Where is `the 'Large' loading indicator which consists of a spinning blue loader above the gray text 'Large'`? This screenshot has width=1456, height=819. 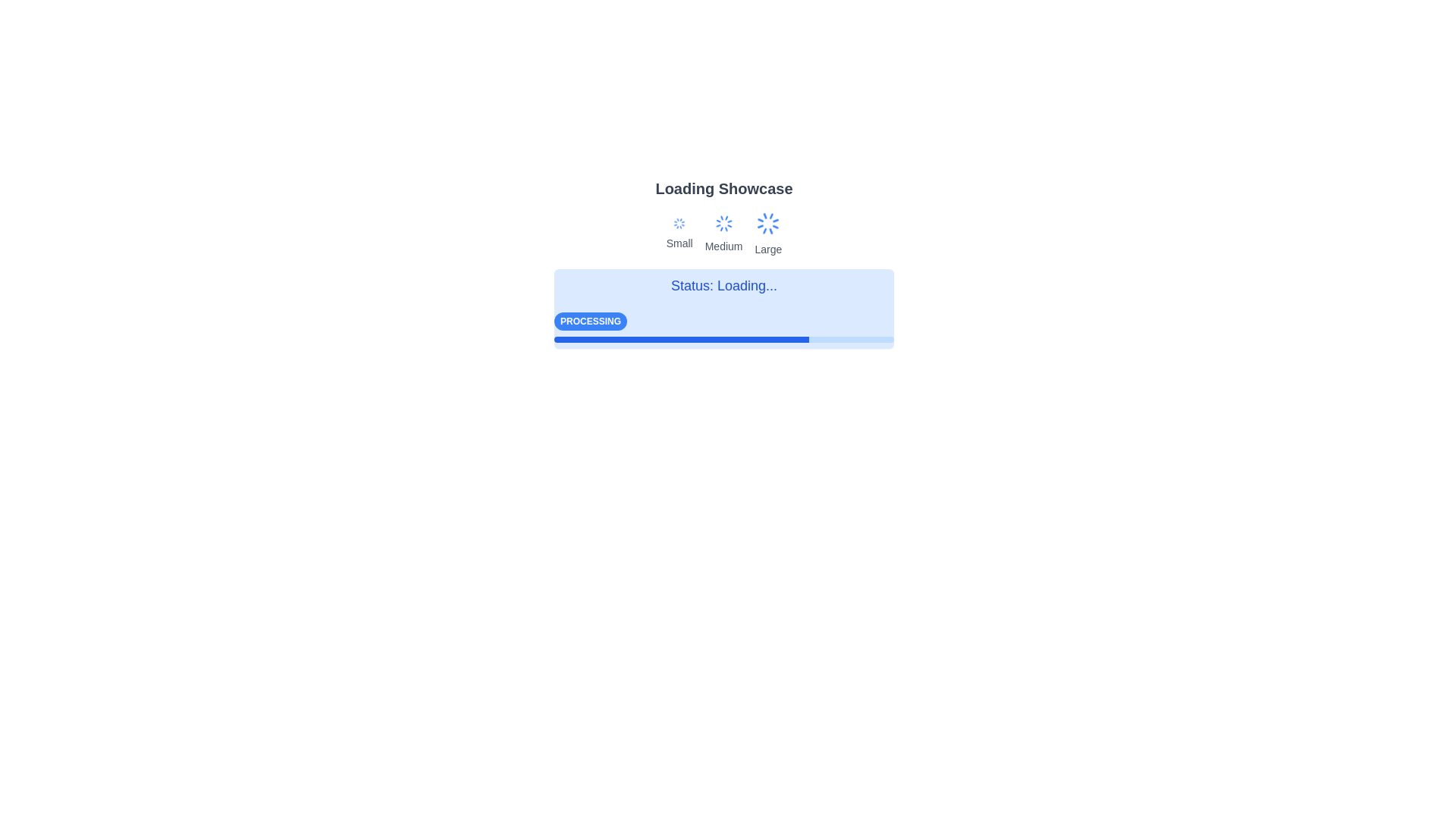 the 'Large' loading indicator which consists of a spinning blue loader above the gray text 'Large' is located at coordinates (768, 234).